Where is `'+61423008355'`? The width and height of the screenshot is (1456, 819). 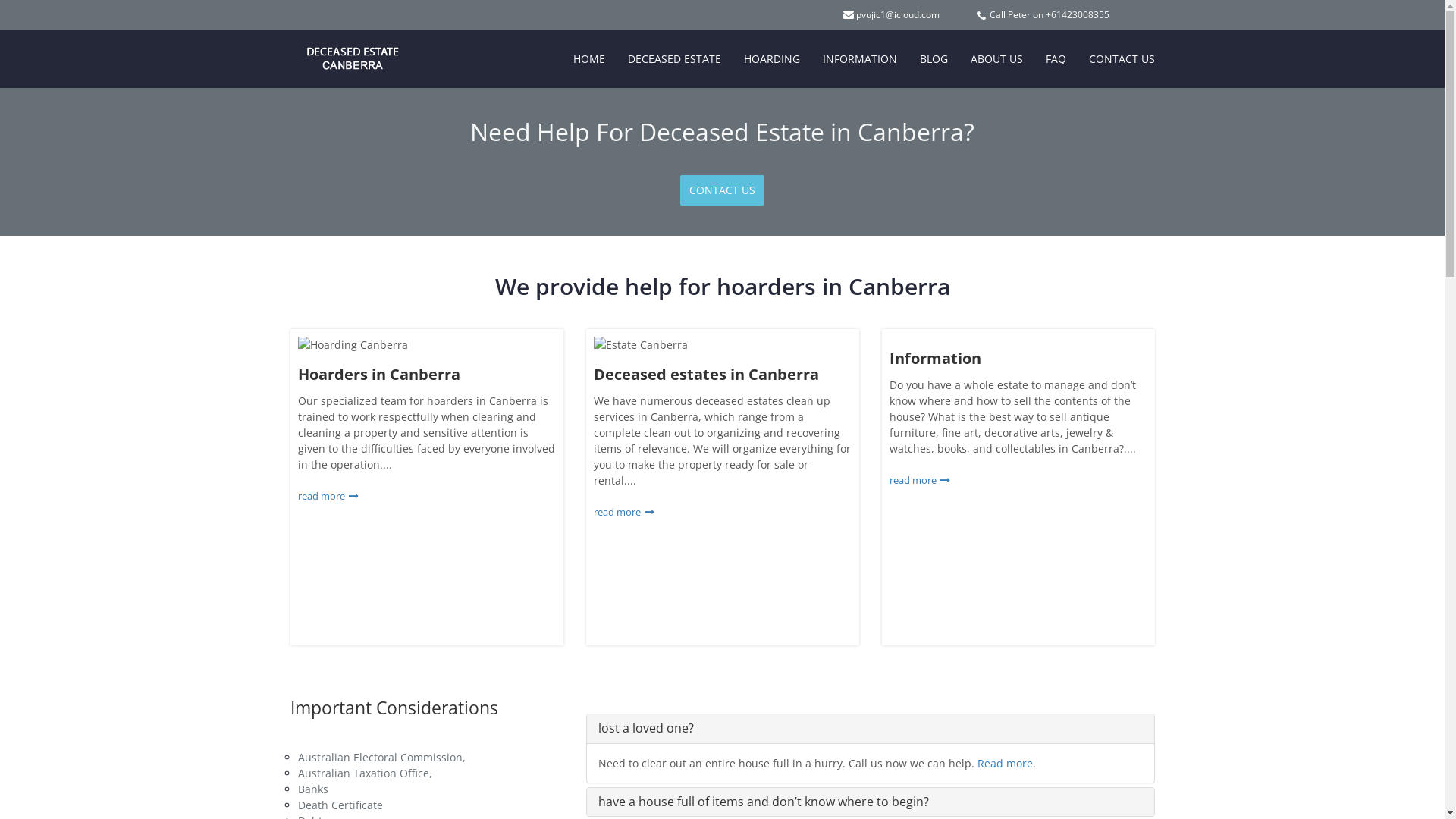
'+61423008355' is located at coordinates (1076, 14).